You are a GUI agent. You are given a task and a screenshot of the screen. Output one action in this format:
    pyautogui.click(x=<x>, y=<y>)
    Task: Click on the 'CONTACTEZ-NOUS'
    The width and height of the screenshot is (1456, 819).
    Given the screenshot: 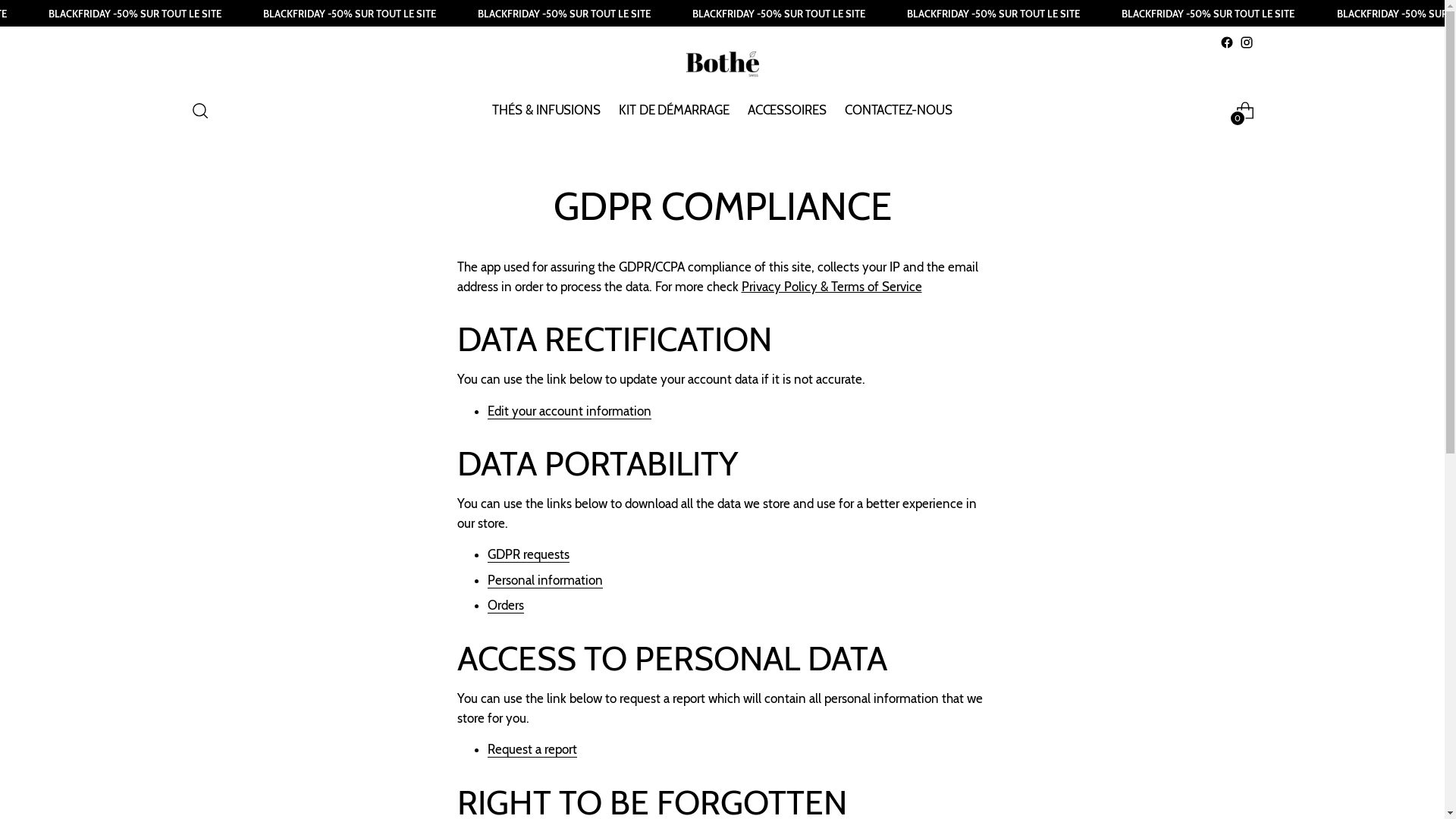 What is the action you would take?
    pyautogui.click(x=899, y=110)
    